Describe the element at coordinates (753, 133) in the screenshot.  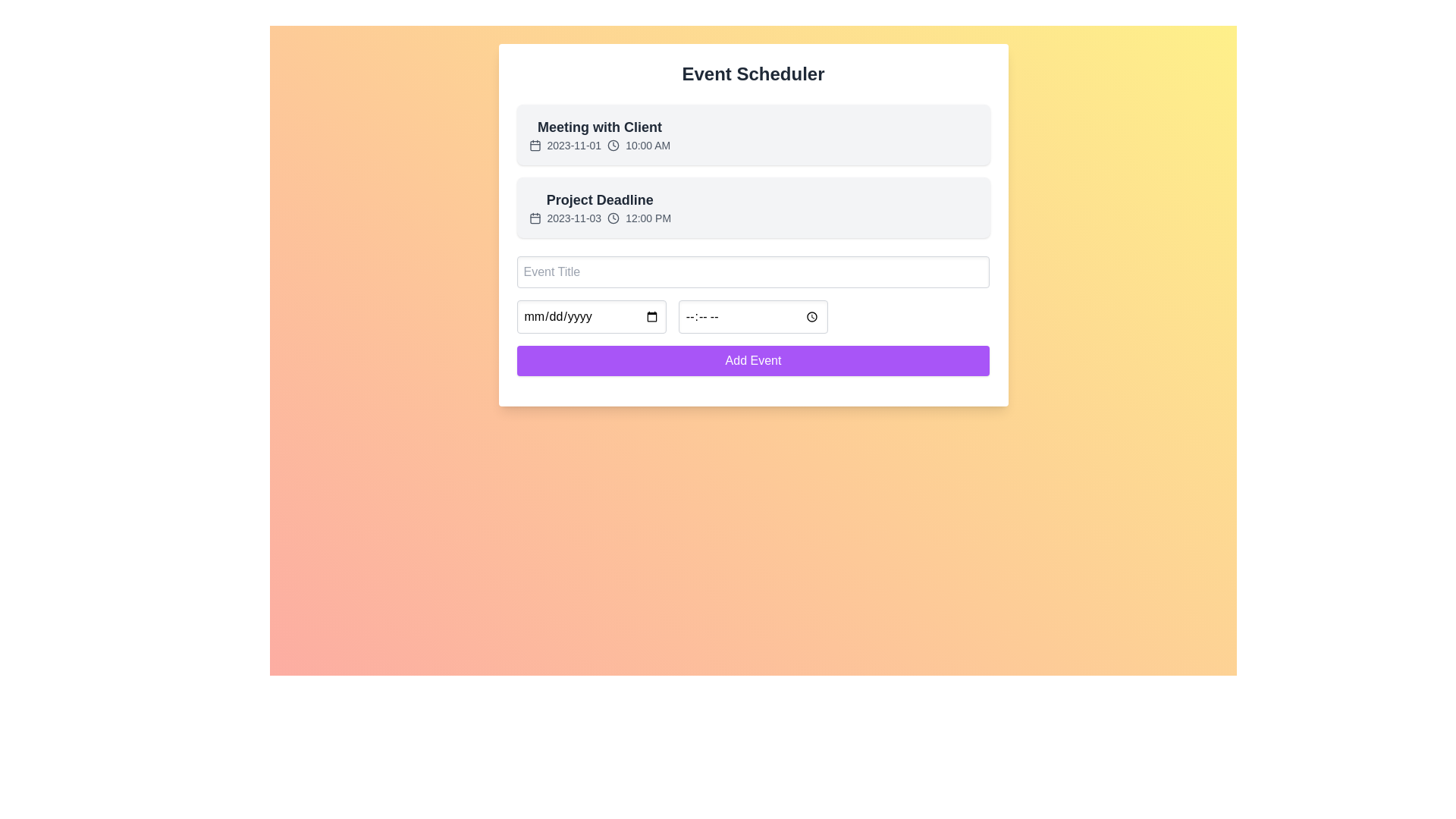
I see `the first Event card in the scheduler interface, which provides information about the event's title, date, and time` at that location.